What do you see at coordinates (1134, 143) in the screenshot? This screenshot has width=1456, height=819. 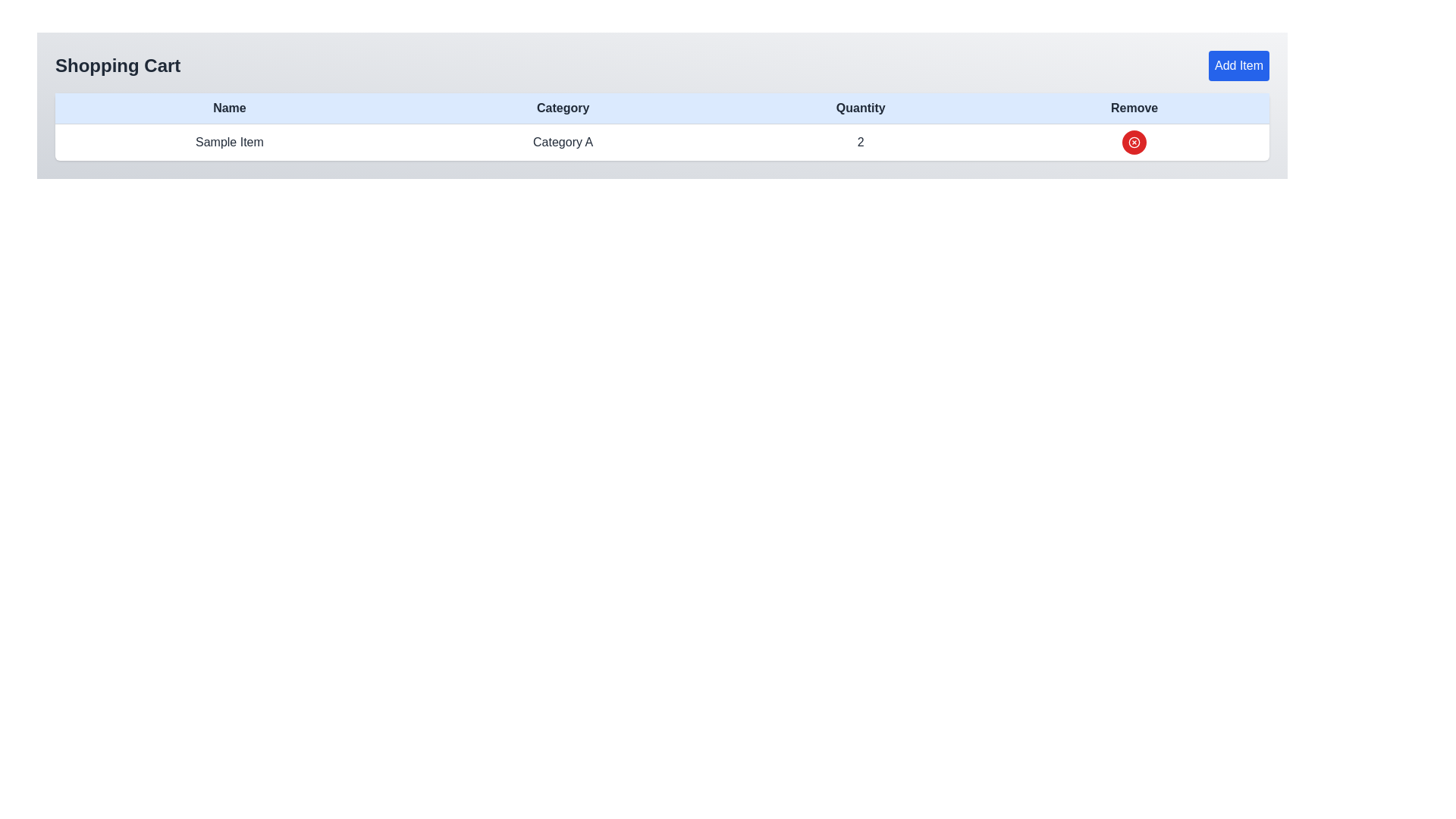 I see `the 'Remove' button located in the last column of the table` at bounding box center [1134, 143].